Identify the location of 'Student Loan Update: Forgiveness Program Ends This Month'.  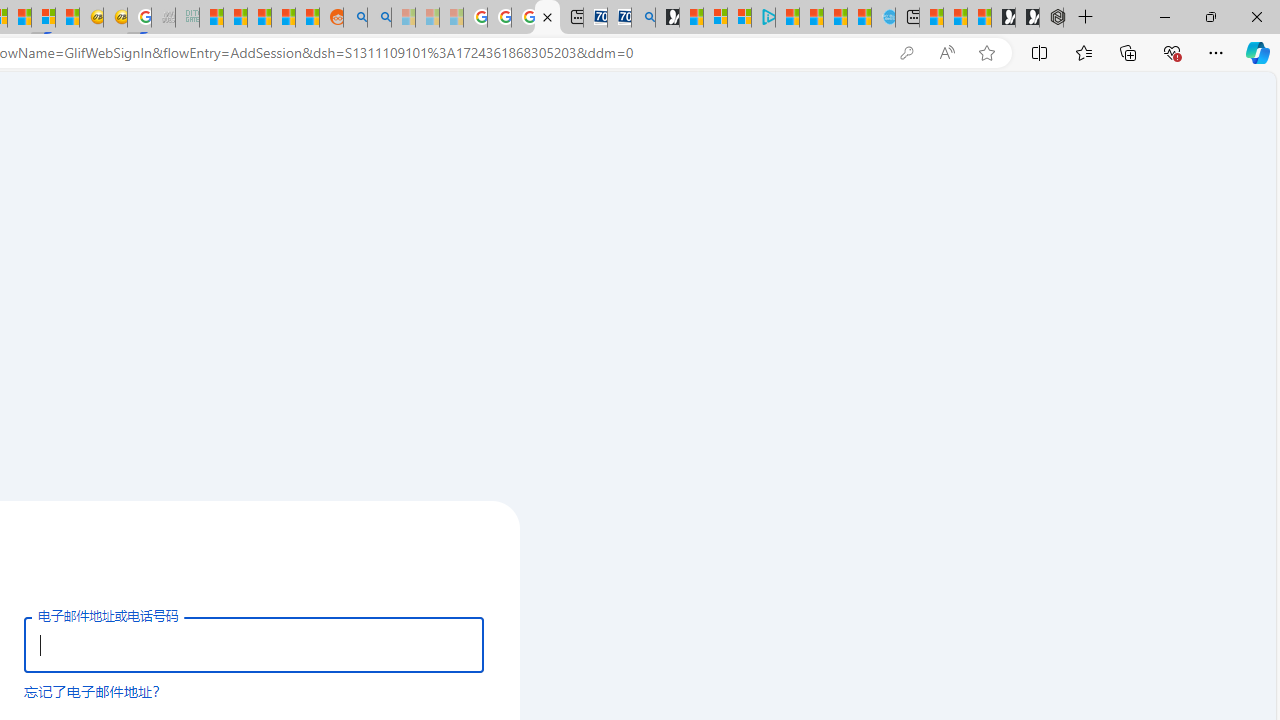
(282, 17).